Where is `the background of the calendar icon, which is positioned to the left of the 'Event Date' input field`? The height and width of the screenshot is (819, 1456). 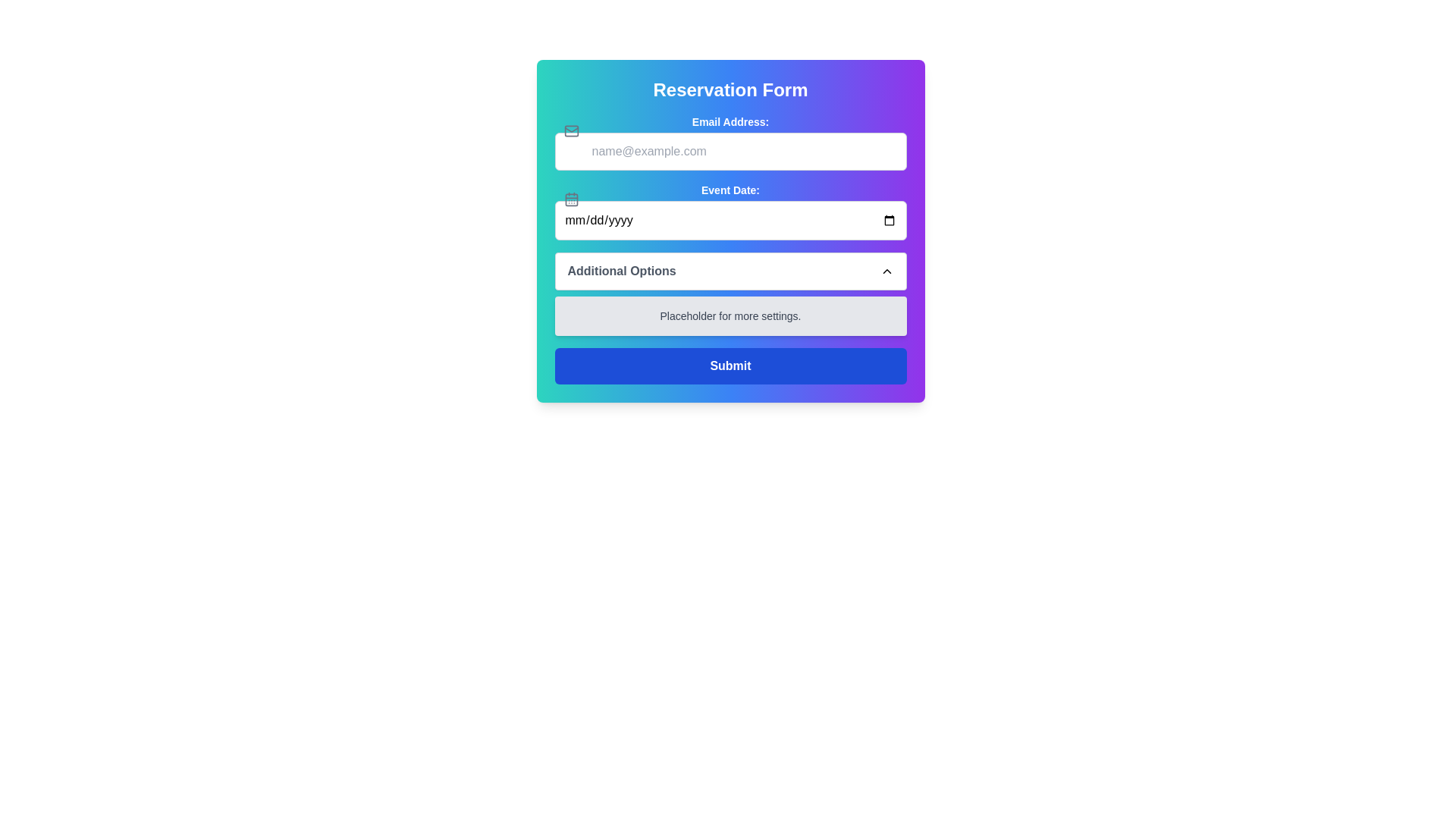 the background of the calendar icon, which is positioned to the left of the 'Event Date' input field is located at coordinates (570, 199).